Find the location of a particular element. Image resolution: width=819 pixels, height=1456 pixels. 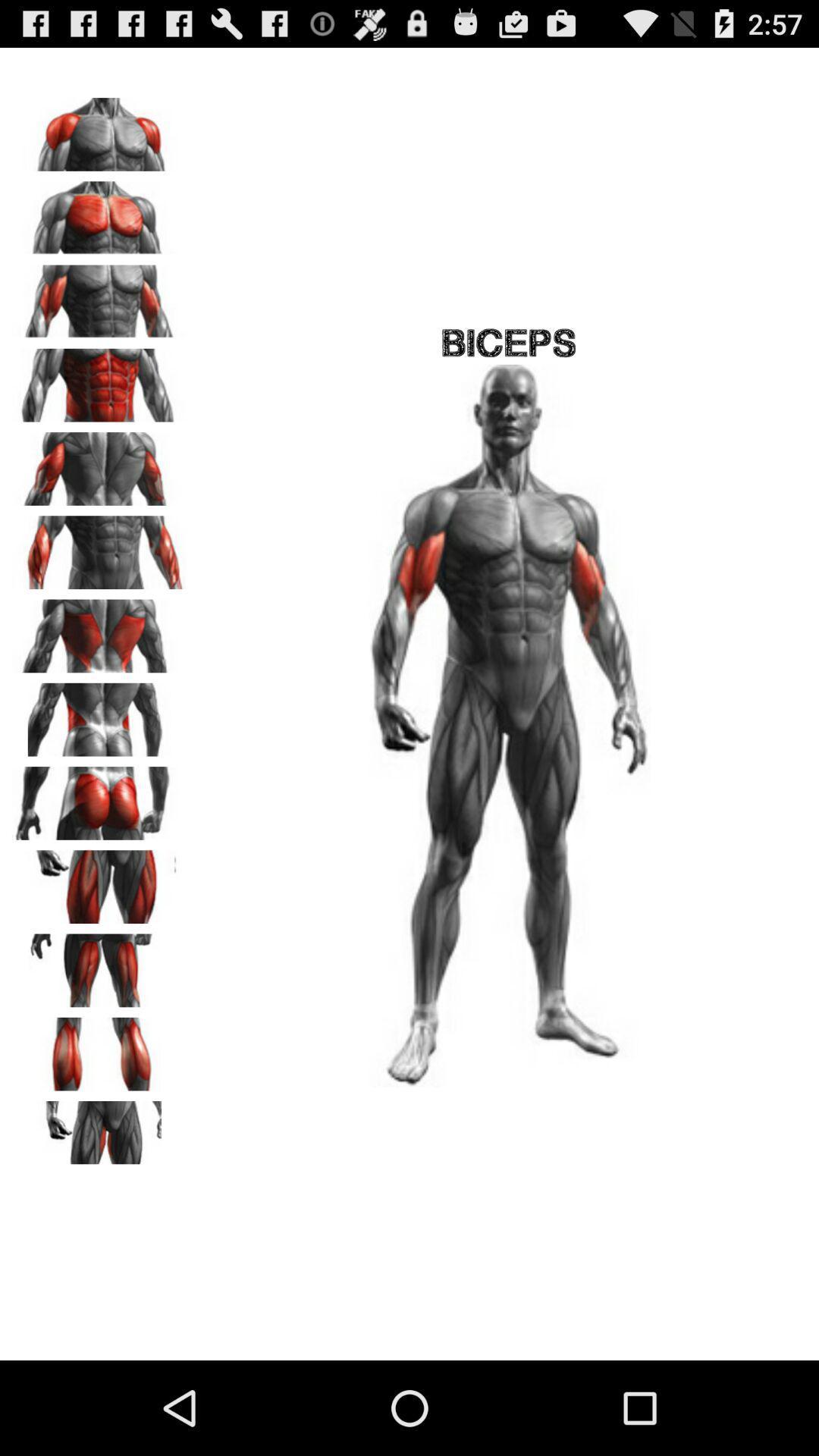

this muscle set is located at coordinates (99, 881).